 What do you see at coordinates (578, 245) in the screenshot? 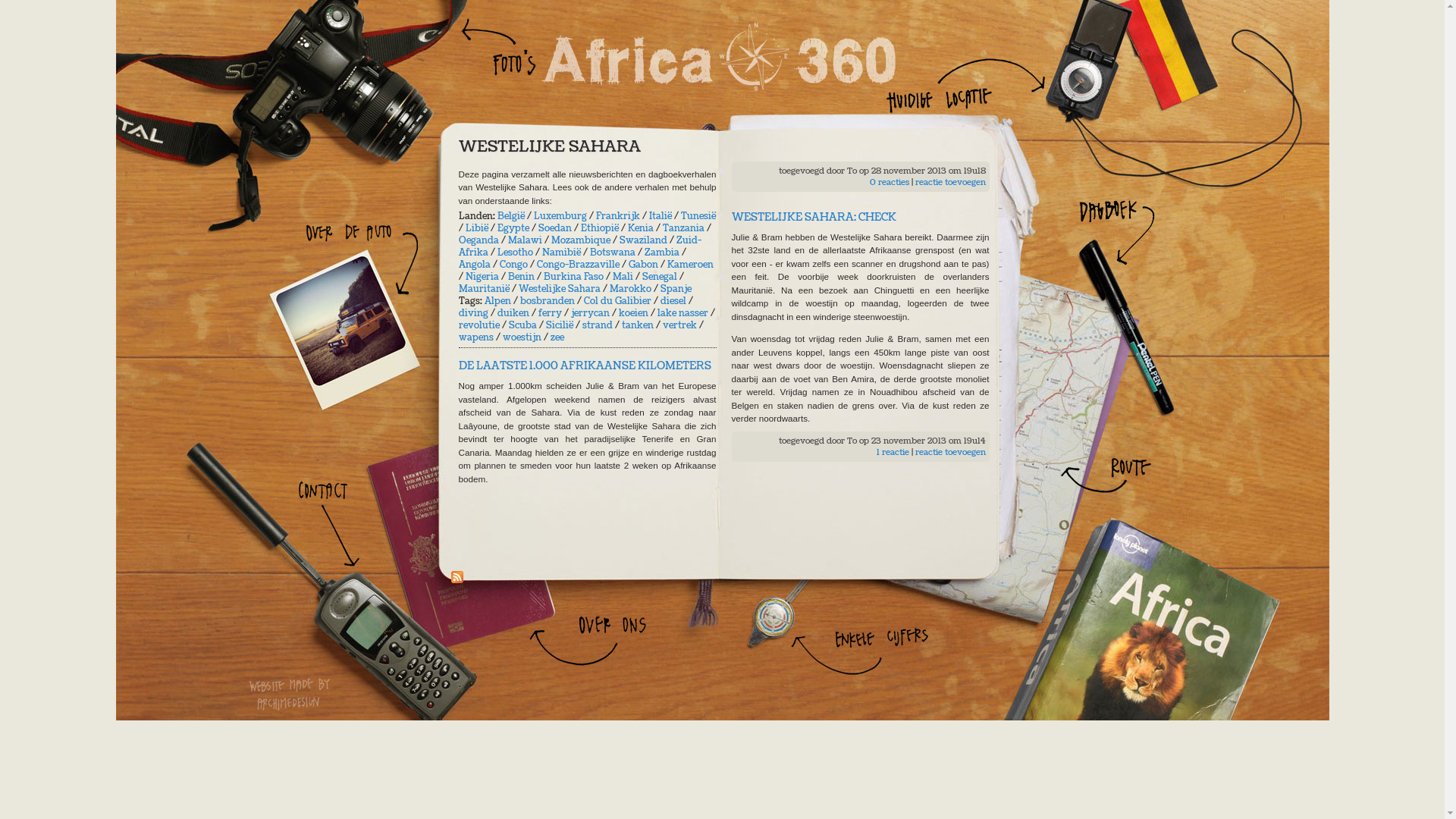
I see `'Zuid-Afrika'` at bounding box center [578, 245].